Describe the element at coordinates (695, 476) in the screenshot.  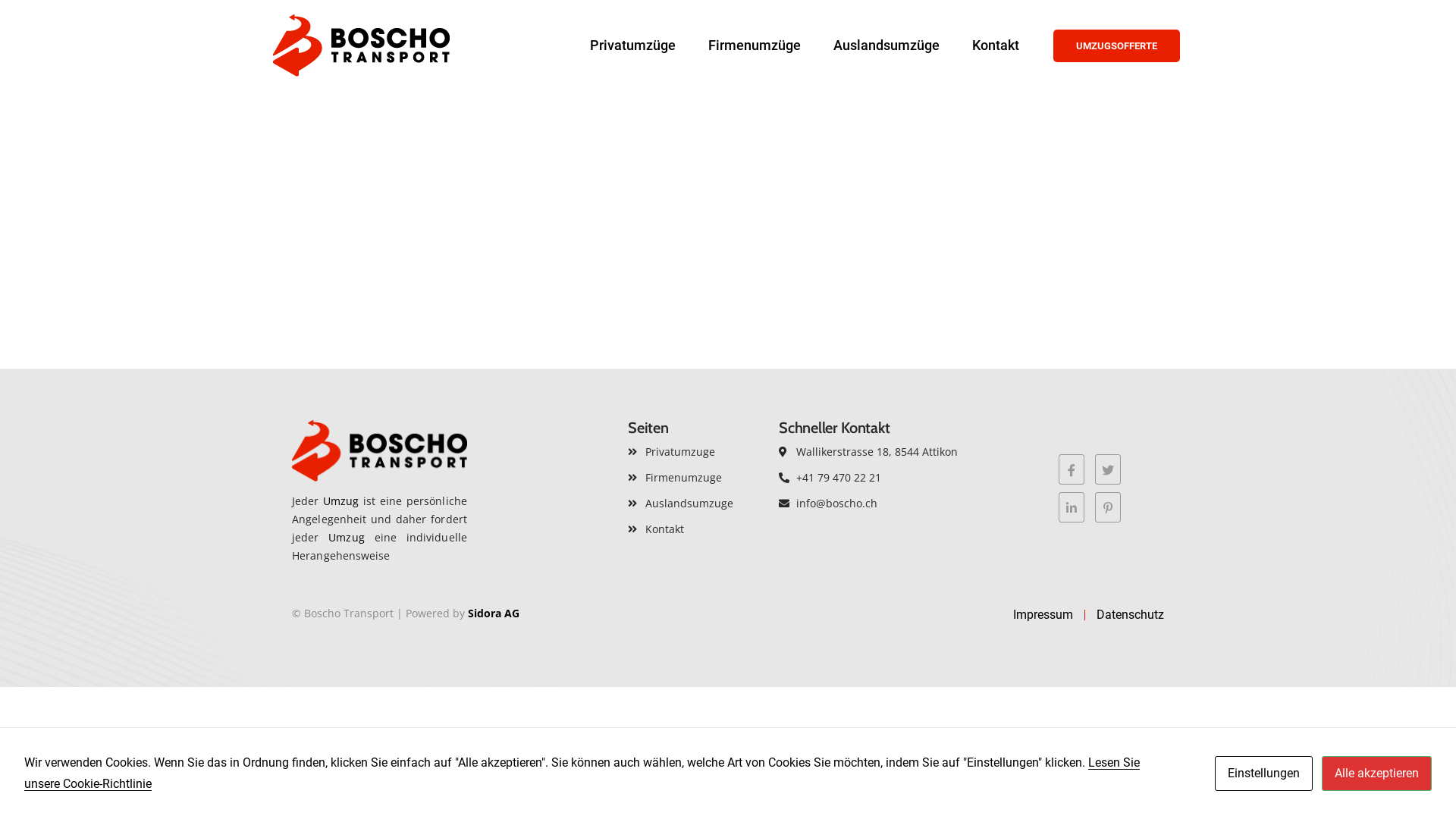
I see `'Firmenumzuge'` at that location.